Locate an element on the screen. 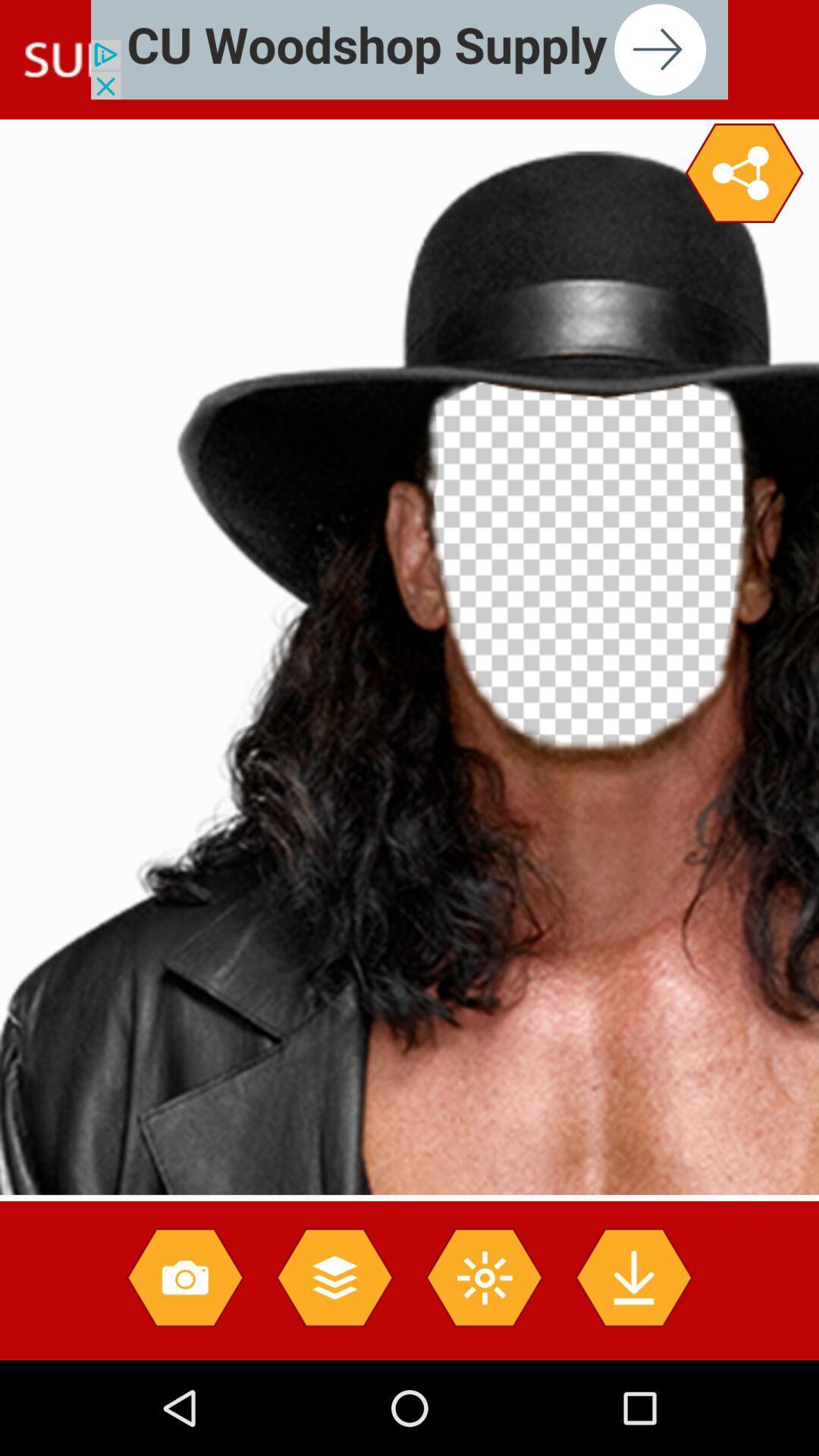  the file_download icon is located at coordinates (633, 1276).